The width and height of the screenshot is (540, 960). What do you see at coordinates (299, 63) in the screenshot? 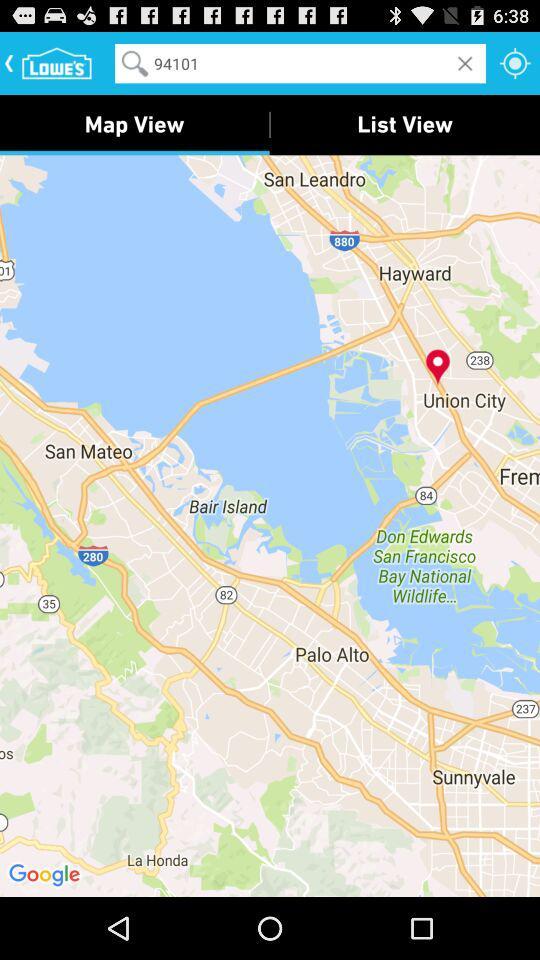
I see `94101 item` at bounding box center [299, 63].